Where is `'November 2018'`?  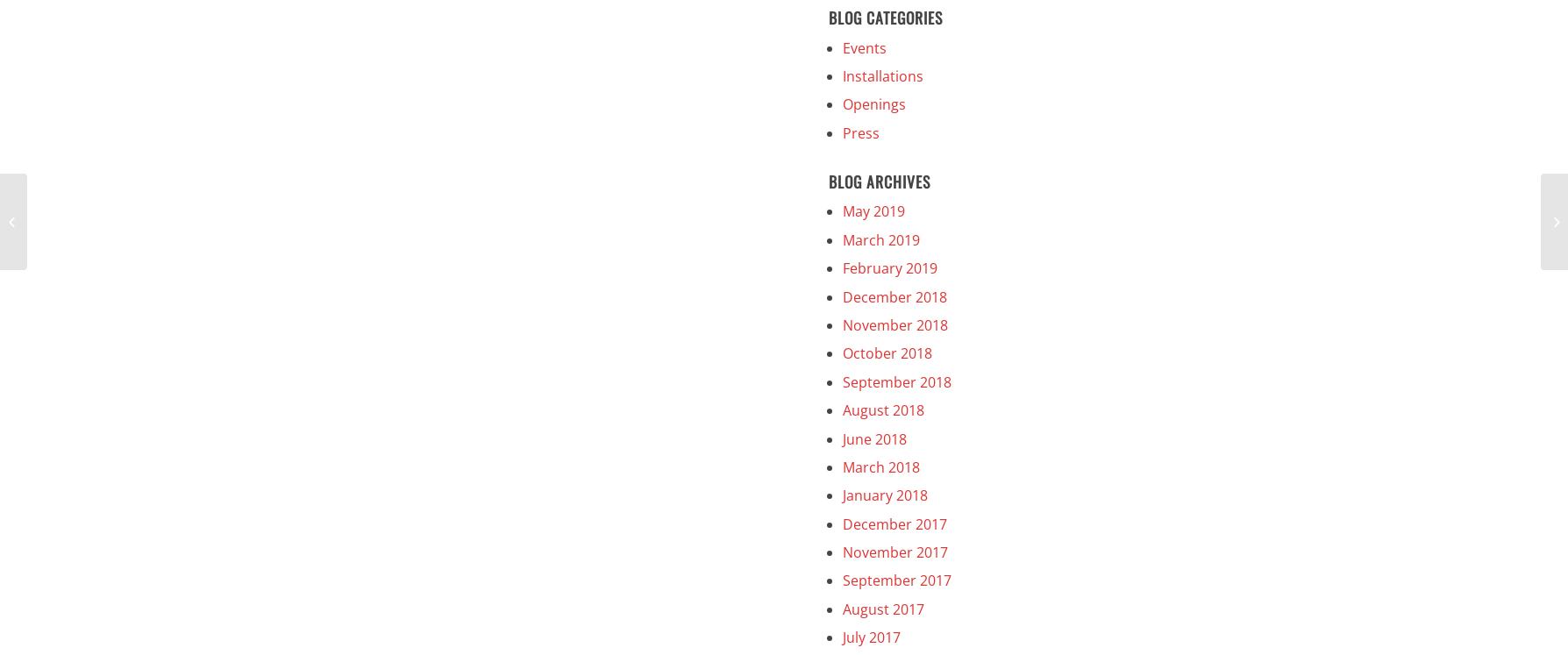 'November 2018' is located at coordinates (894, 324).